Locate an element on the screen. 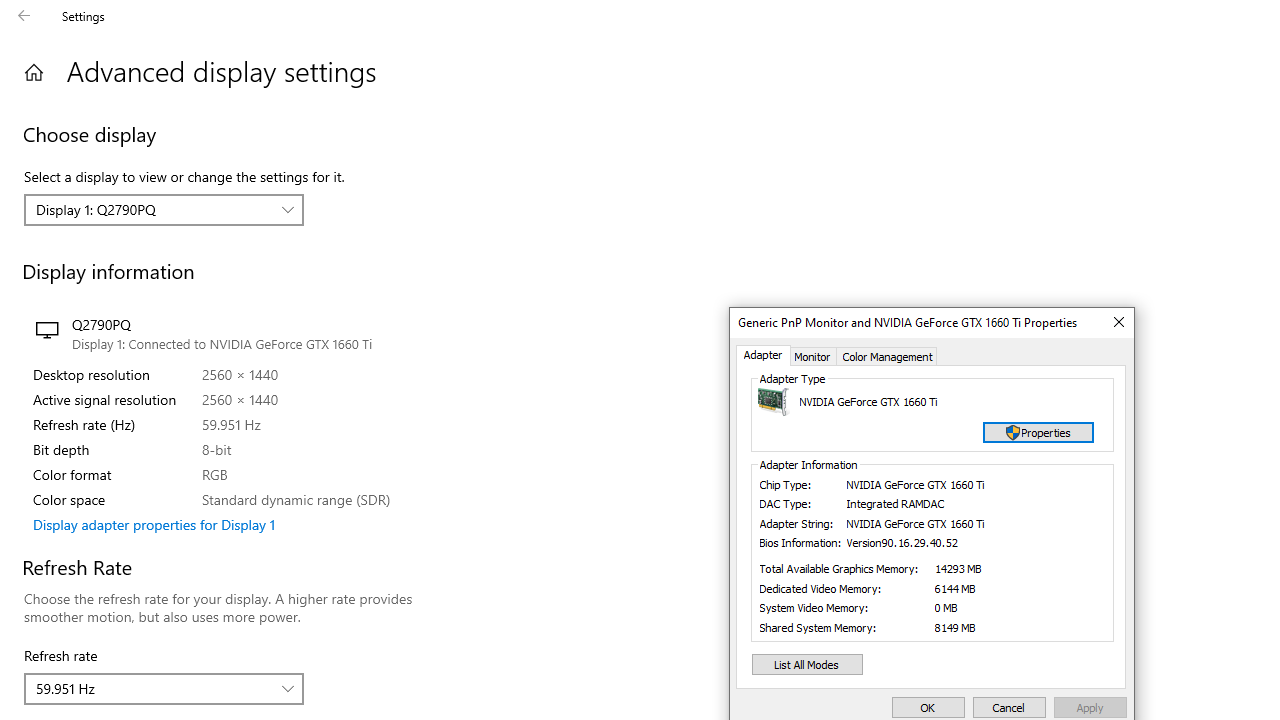 The height and width of the screenshot is (720, 1280). 'List All Modes' is located at coordinates (807, 664).